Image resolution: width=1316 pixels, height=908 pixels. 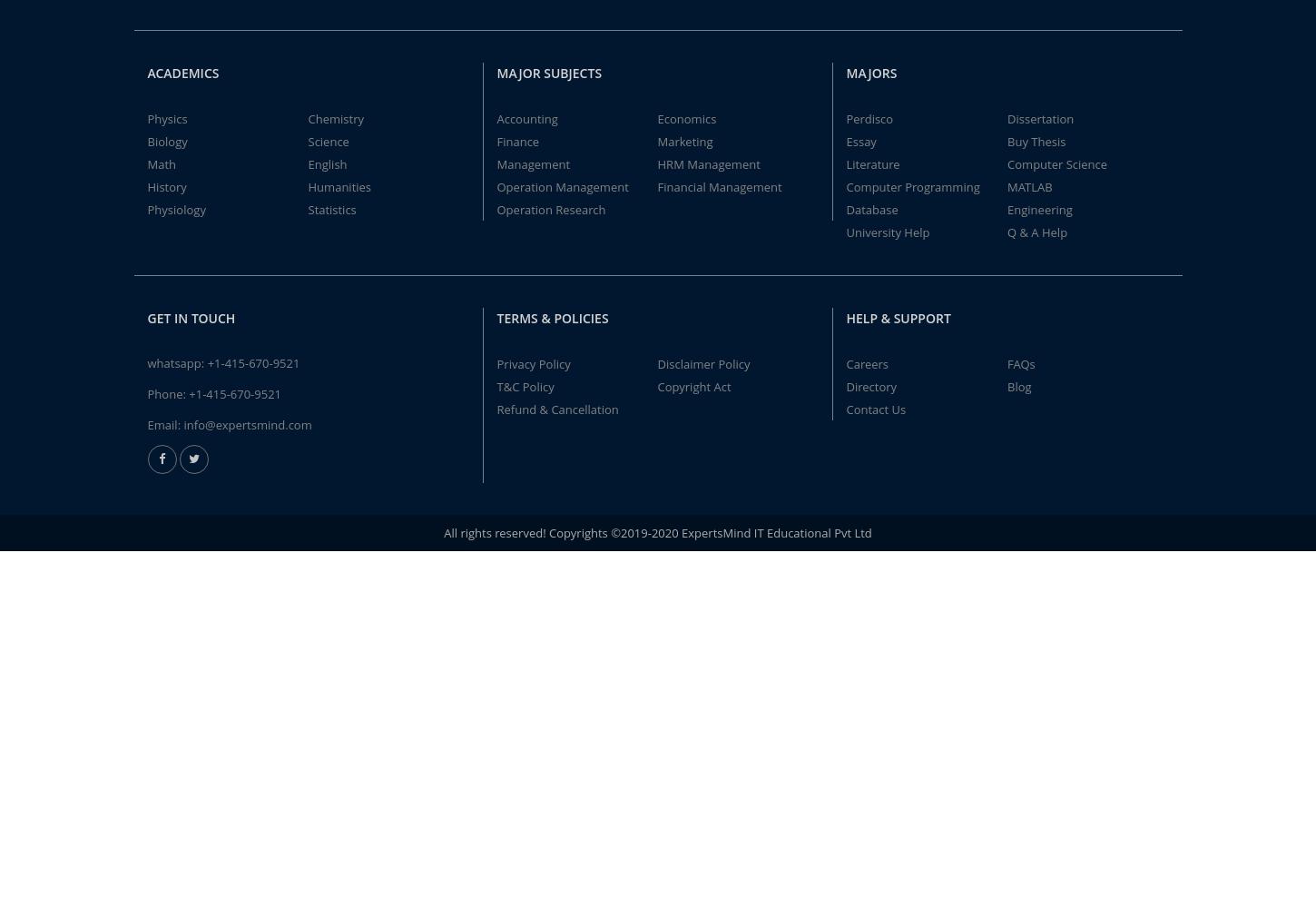 I want to click on 'Get In Touch', so click(x=145, y=316).